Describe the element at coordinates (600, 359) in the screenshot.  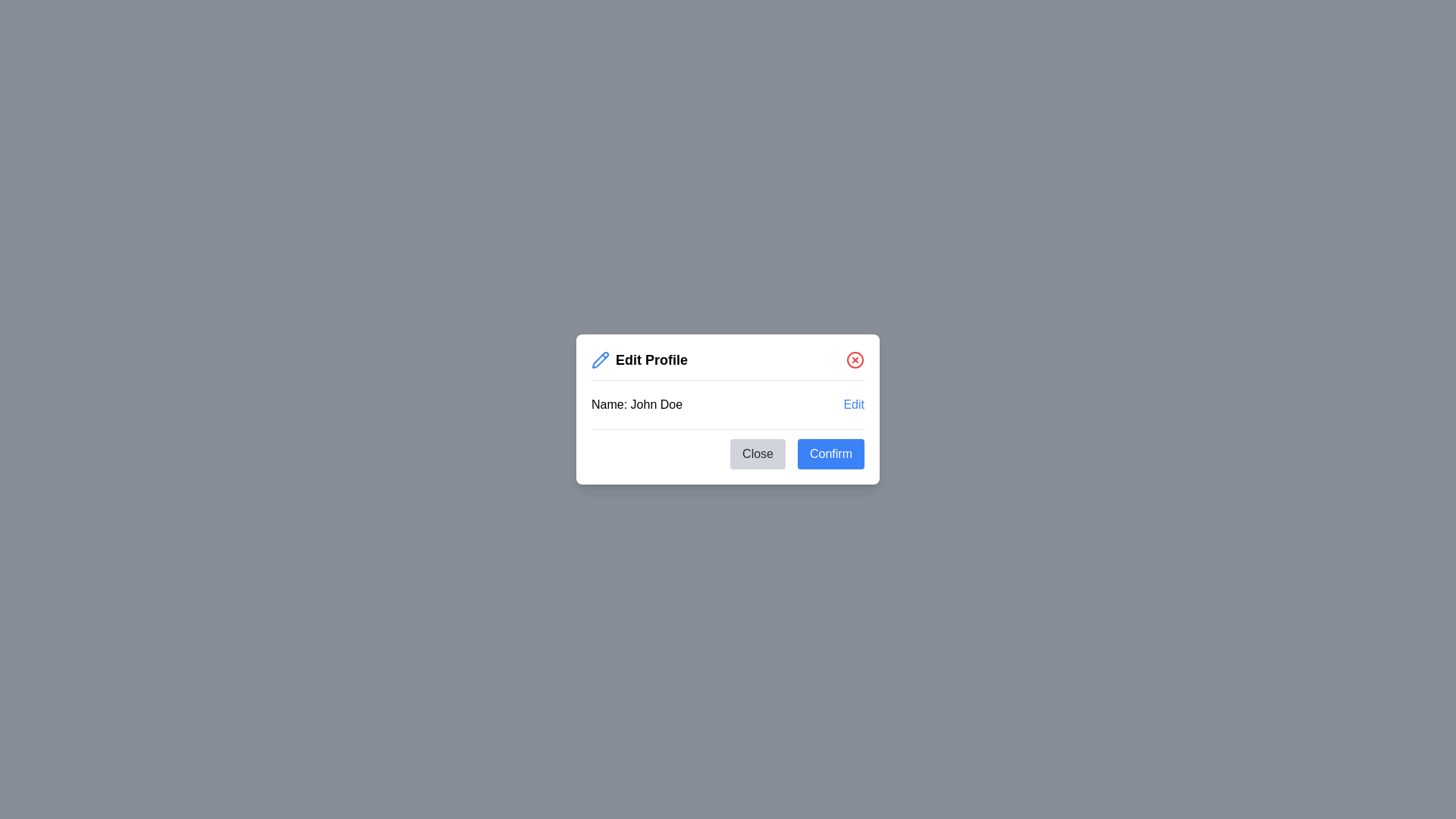
I see `the blue-colored pencil icon located to the left of the 'Edit Profile' title text in the modal header` at that location.